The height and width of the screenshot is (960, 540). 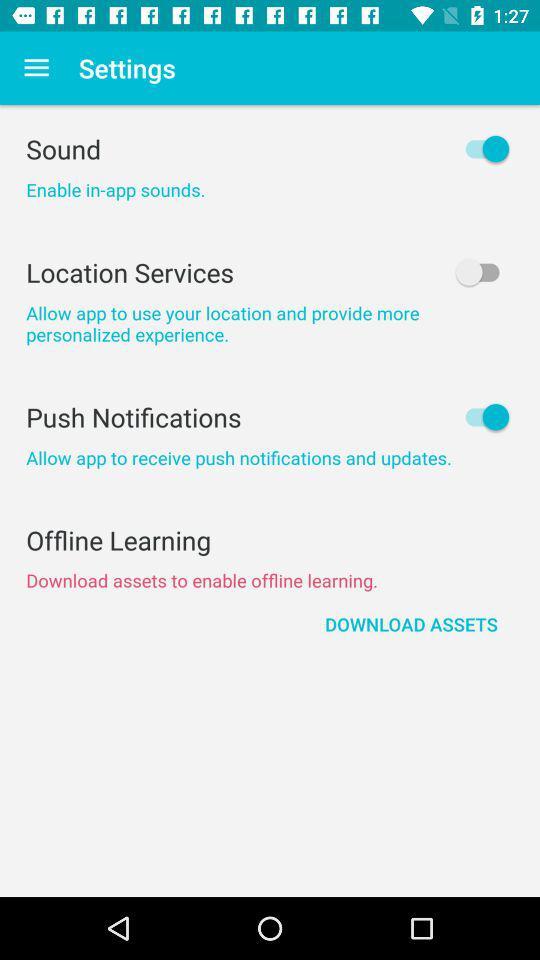 What do you see at coordinates (270, 148) in the screenshot?
I see `the sound icon` at bounding box center [270, 148].